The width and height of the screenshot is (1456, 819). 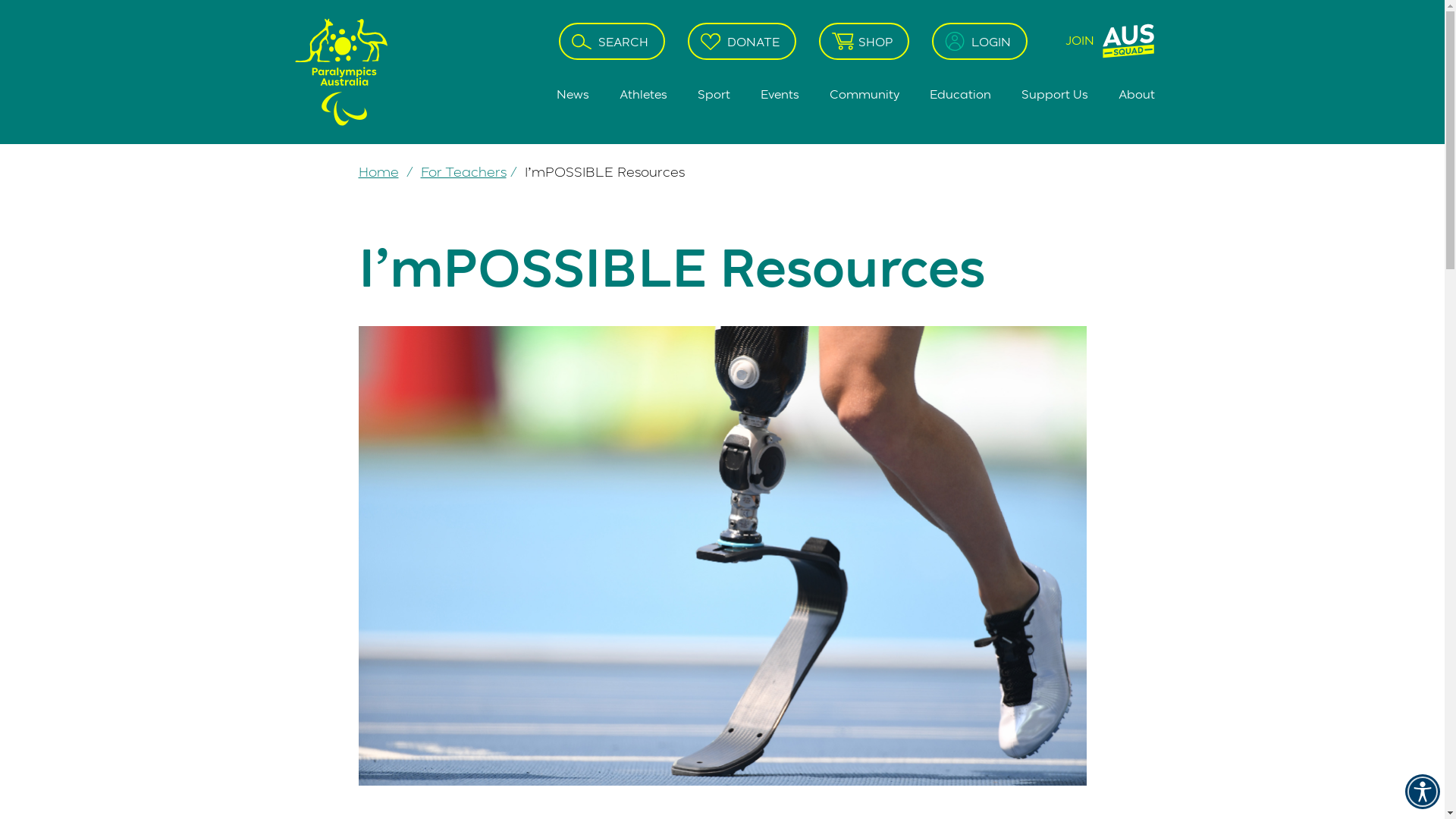 What do you see at coordinates (341, 70) in the screenshot?
I see `'Go back to Home Page'` at bounding box center [341, 70].